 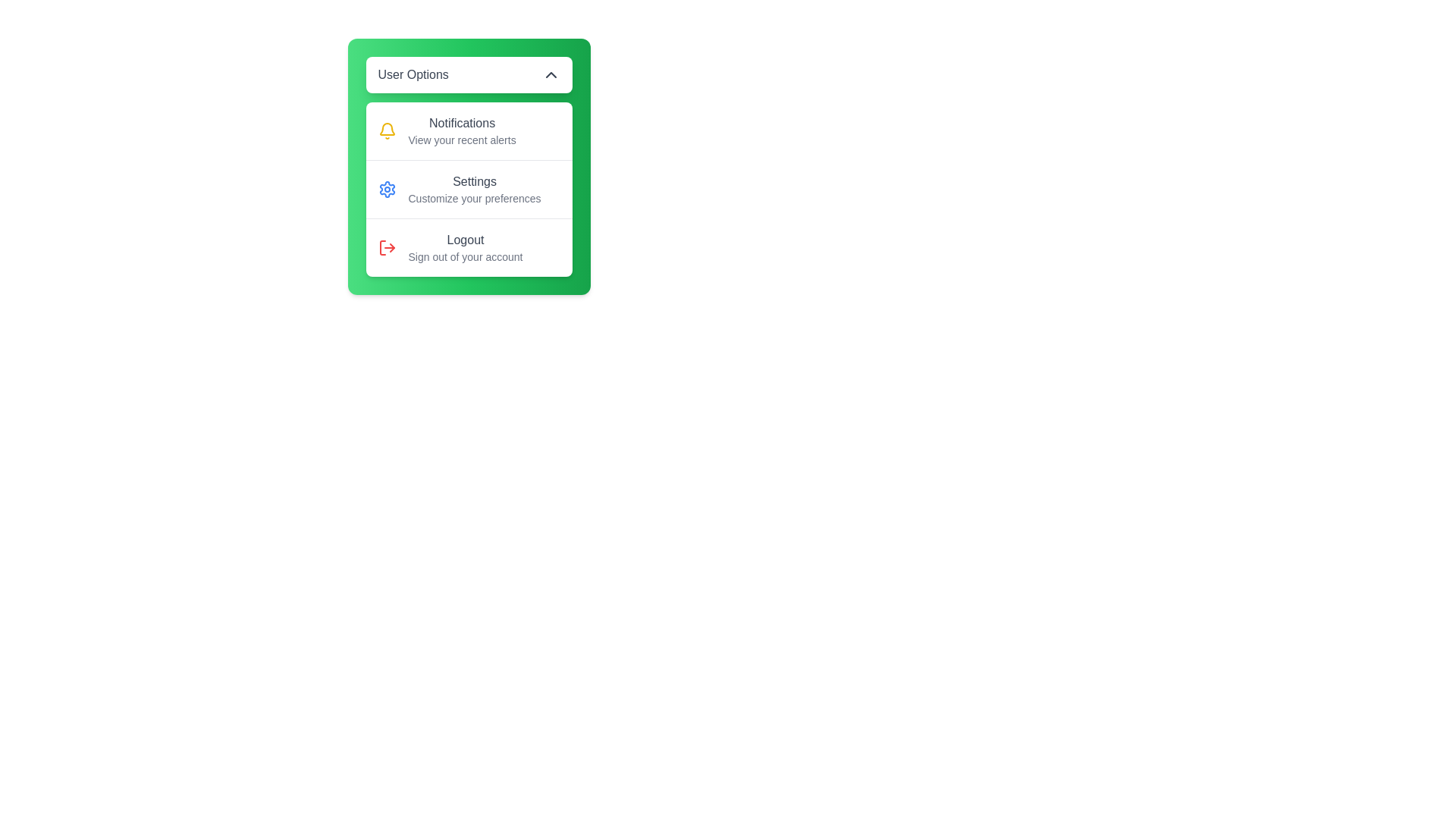 I want to click on the 'Notifications' clickable menu item, which features a yellow bell icon followed by the text 'Notifications' in bold and 'View your recent alerts' in lighter text, located in the user options dropdown, so click(x=468, y=130).